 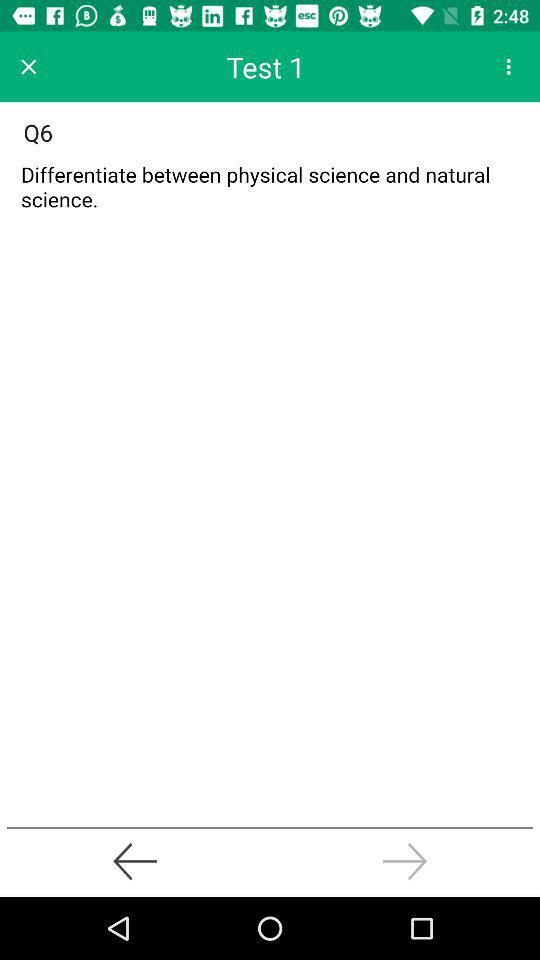 What do you see at coordinates (135, 860) in the screenshot?
I see `for back` at bounding box center [135, 860].